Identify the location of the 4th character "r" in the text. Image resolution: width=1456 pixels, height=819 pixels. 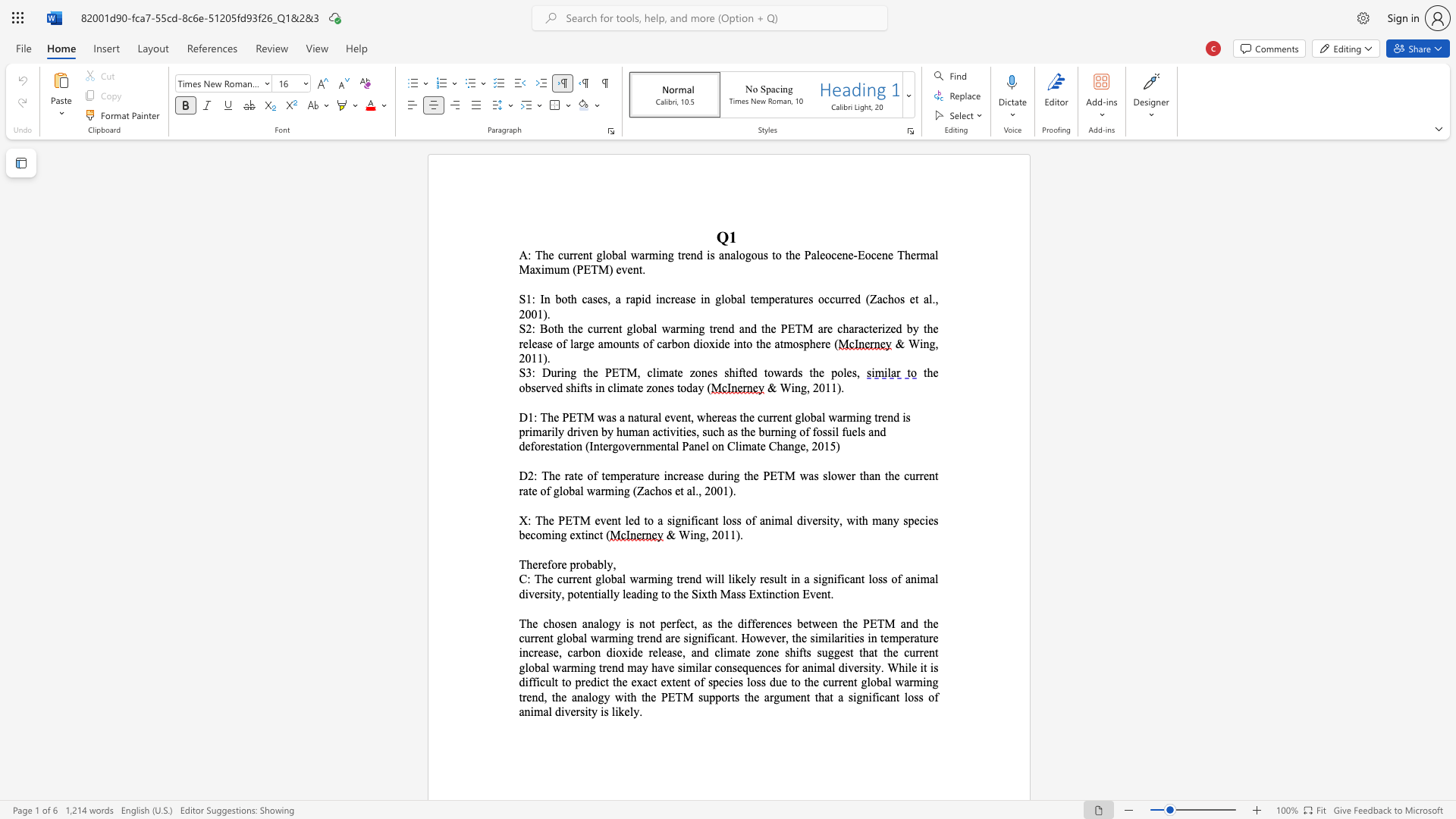
(714, 328).